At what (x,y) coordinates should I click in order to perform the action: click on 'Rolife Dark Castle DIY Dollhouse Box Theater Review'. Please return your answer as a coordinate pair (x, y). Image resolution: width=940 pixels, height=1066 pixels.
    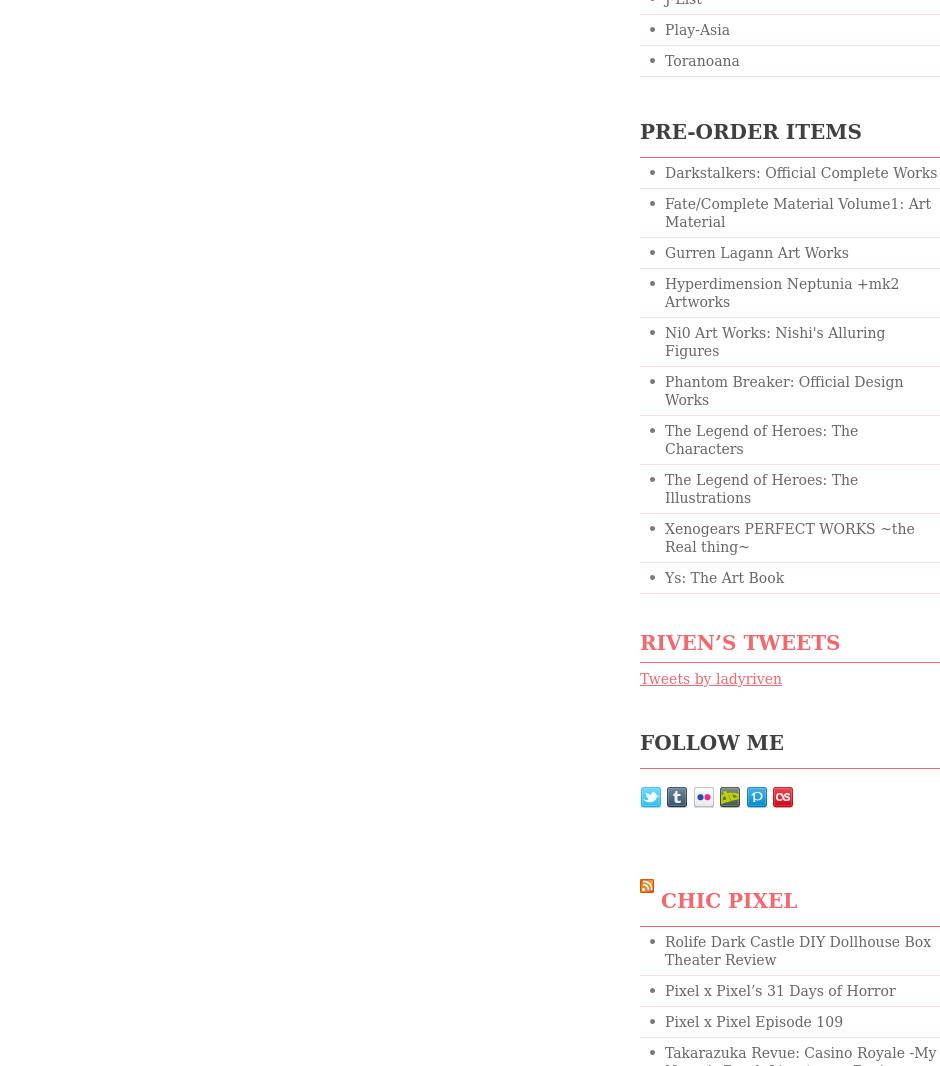
    Looking at the image, I should click on (797, 950).